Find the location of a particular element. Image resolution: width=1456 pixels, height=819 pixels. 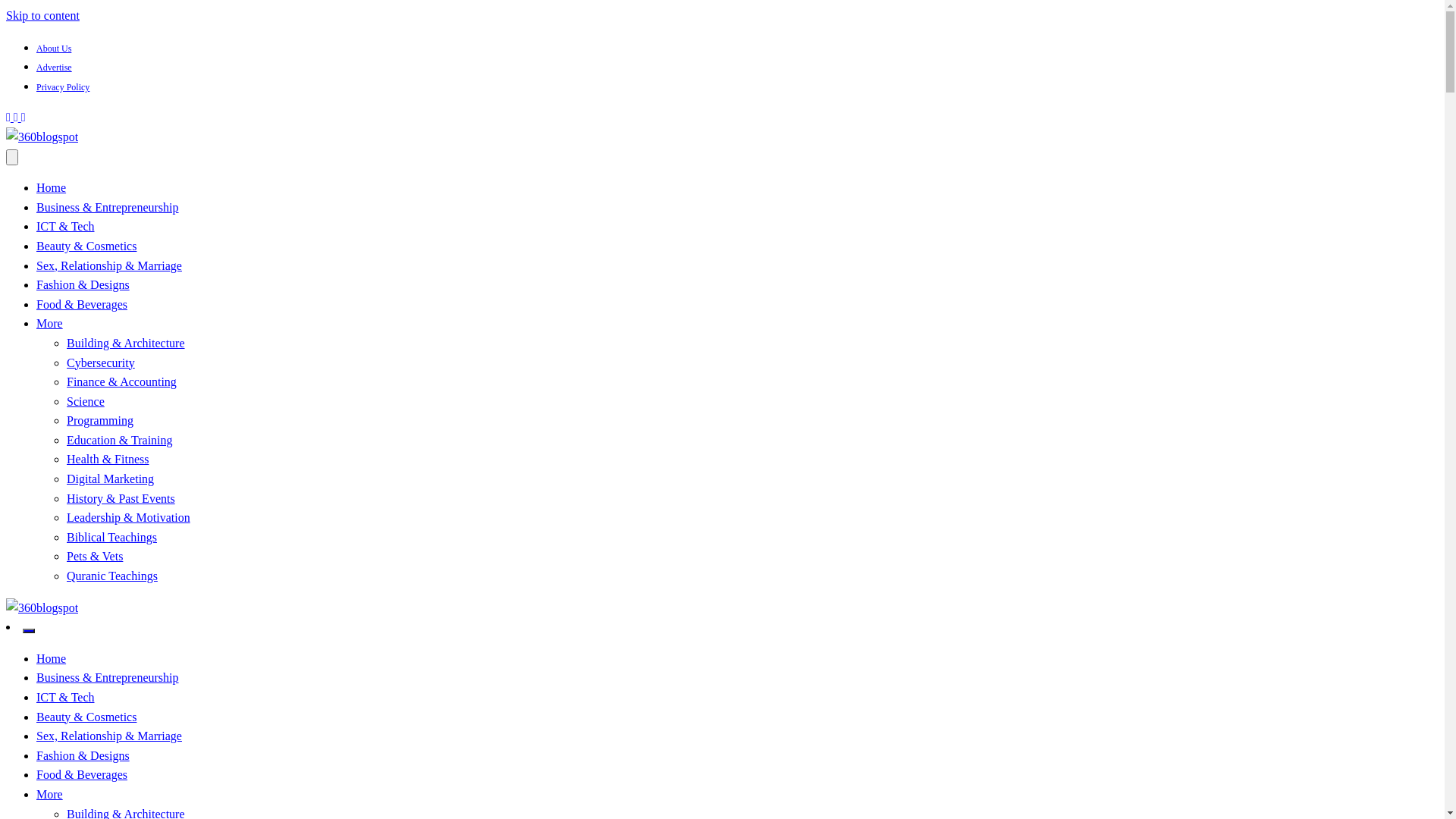

'ICT & Tech' is located at coordinates (64, 226).